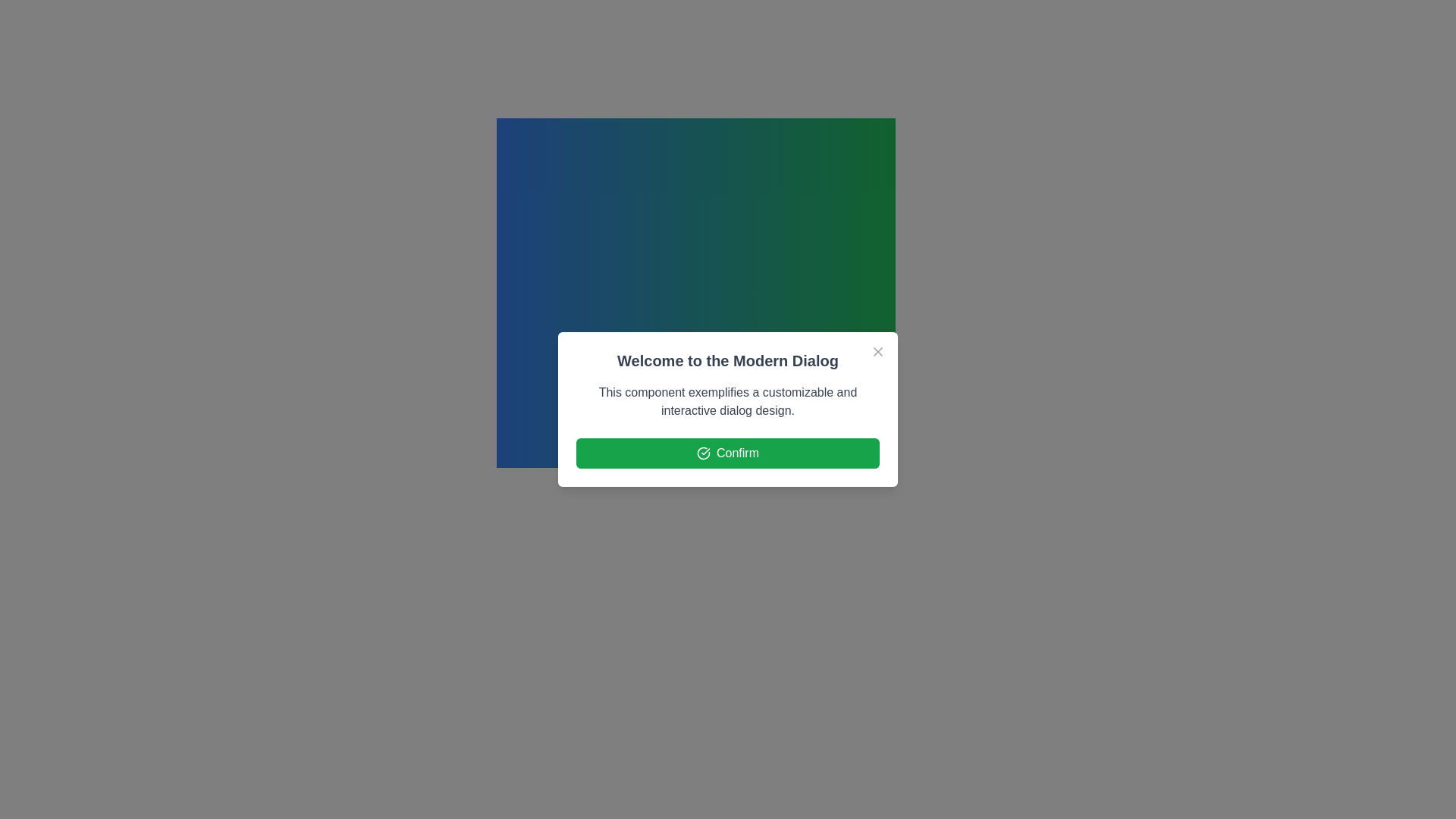 The image size is (1456, 819). What do you see at coordinates (728, 400) in the screenshot?
I see `the text block that contains the content 'This component exemplifies a customizable and interactive dialog design.' which is located below the heading 'Welcome to the Modern Dialog'` at bounding box center [728, 400].